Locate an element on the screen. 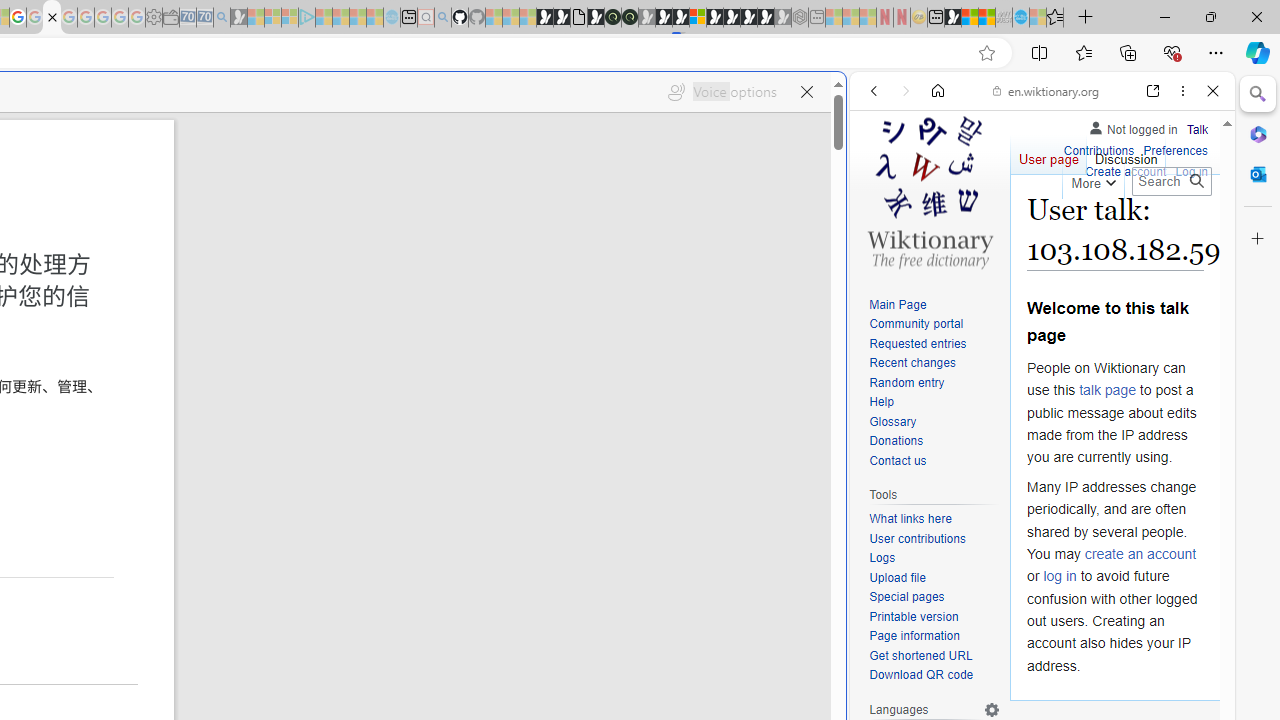 The width and height of the screenshot is (1280, 720). 'Upload file' is located at coordinates (934, 578).